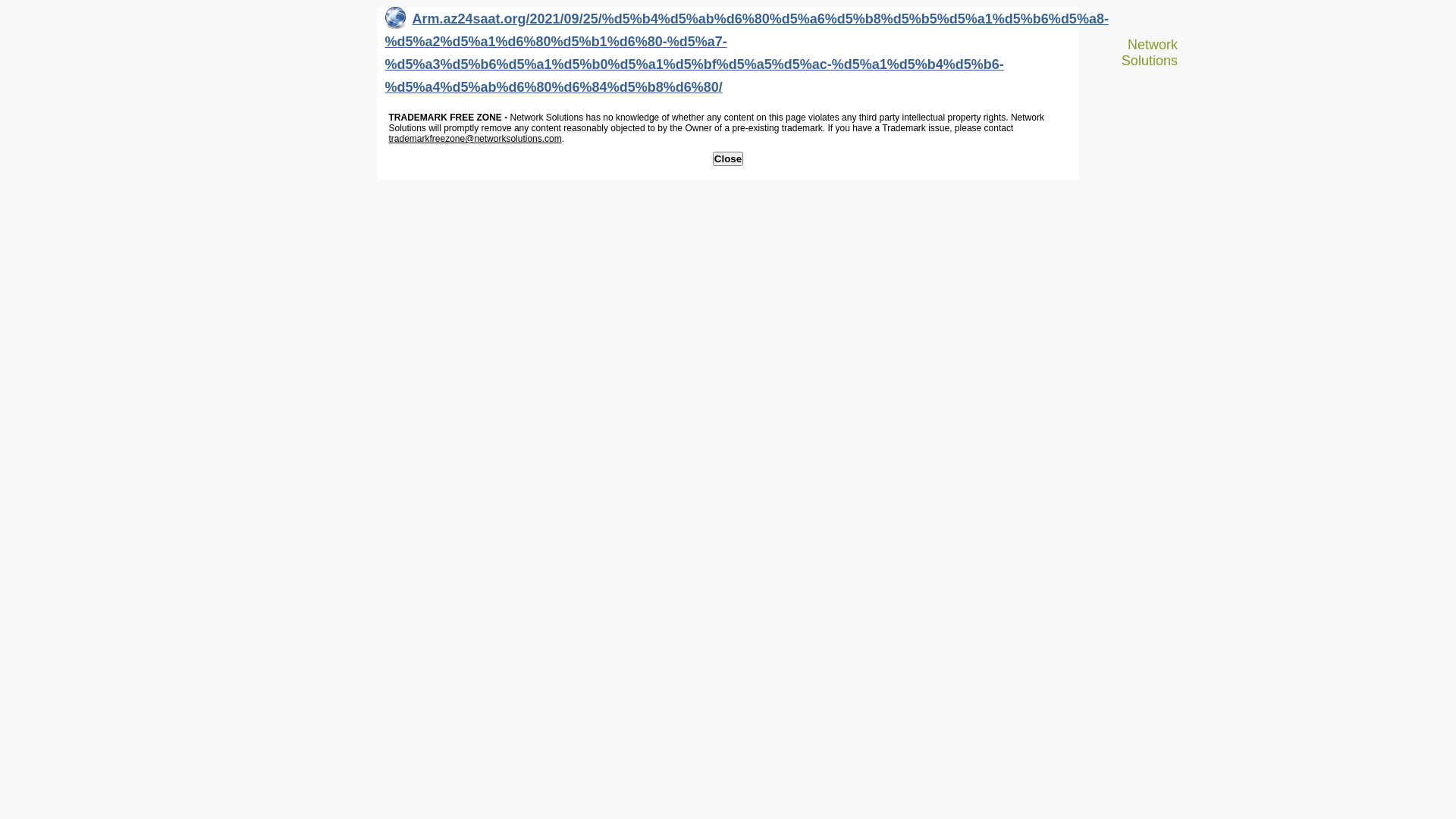 Image resolution: width=1456 pixels, height=819 pixels. Describe the element at coordinates (728, 158) in the screenshot. I see `'Close'` at that location.